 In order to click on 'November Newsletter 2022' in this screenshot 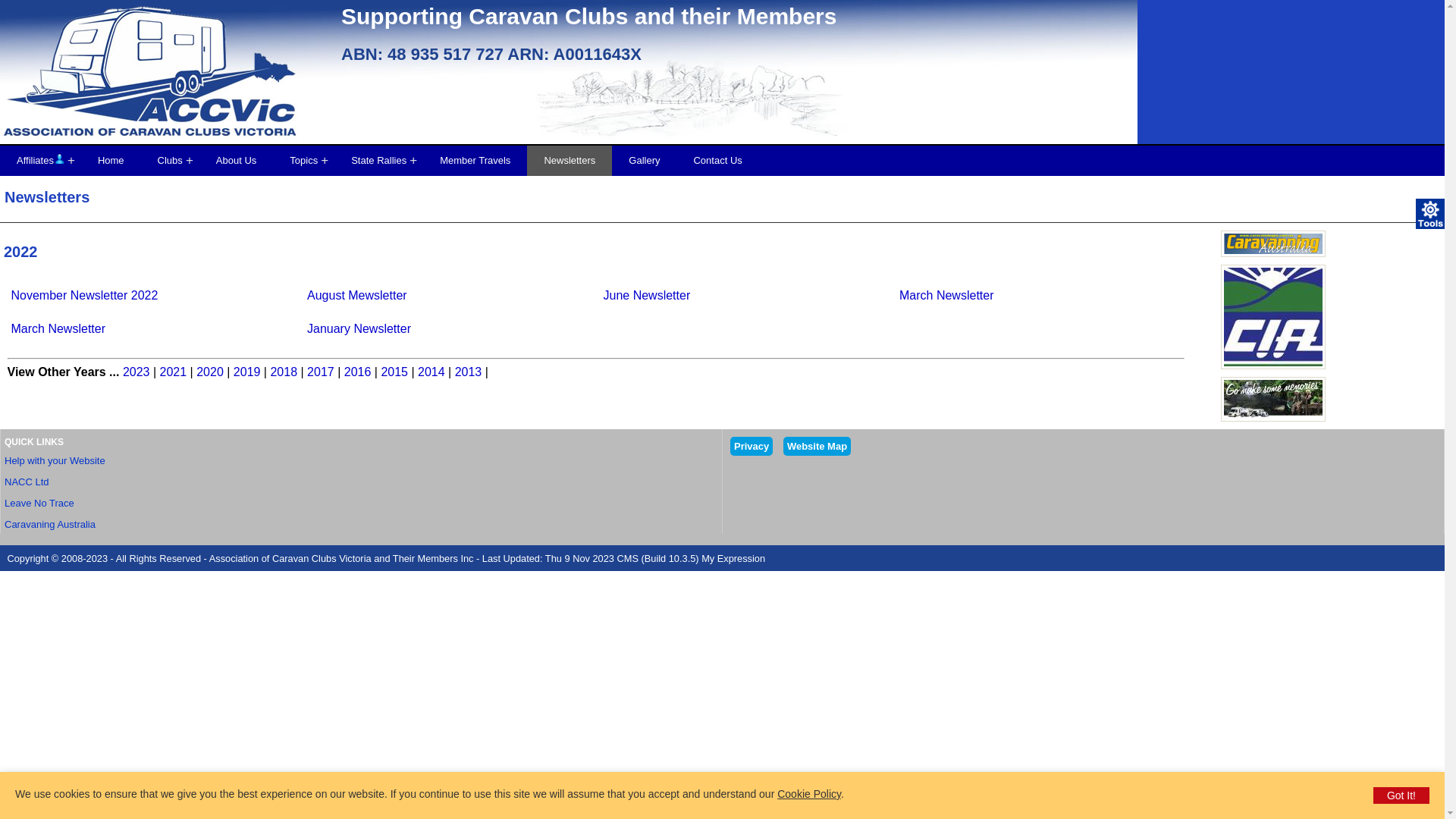, I will do `click(83, 295)`.